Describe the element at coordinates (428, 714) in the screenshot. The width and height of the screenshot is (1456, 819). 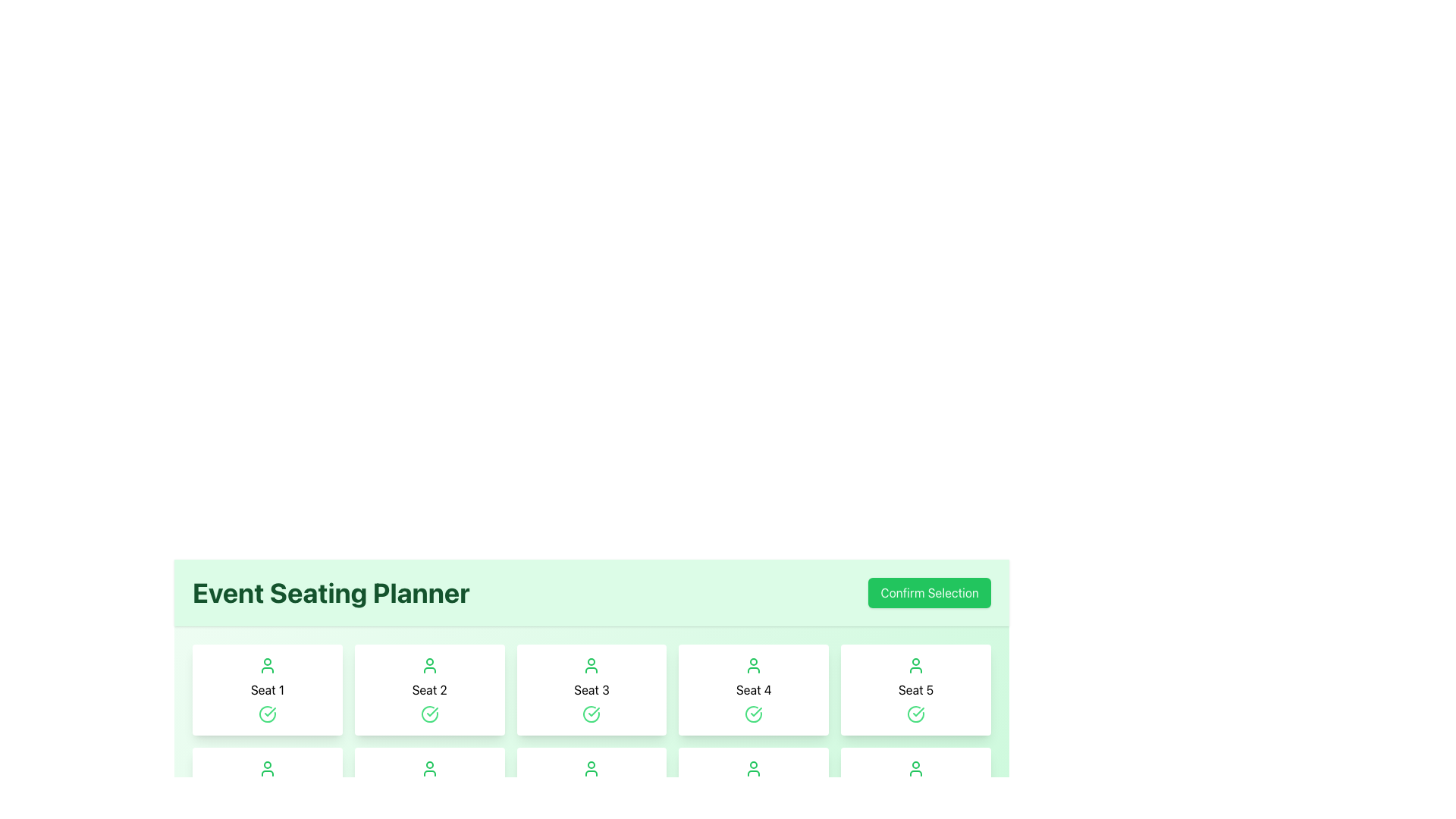
I see `the unchecked SVG component representing the inactive status of 'Seat 2' in the seat selection row` at that location.